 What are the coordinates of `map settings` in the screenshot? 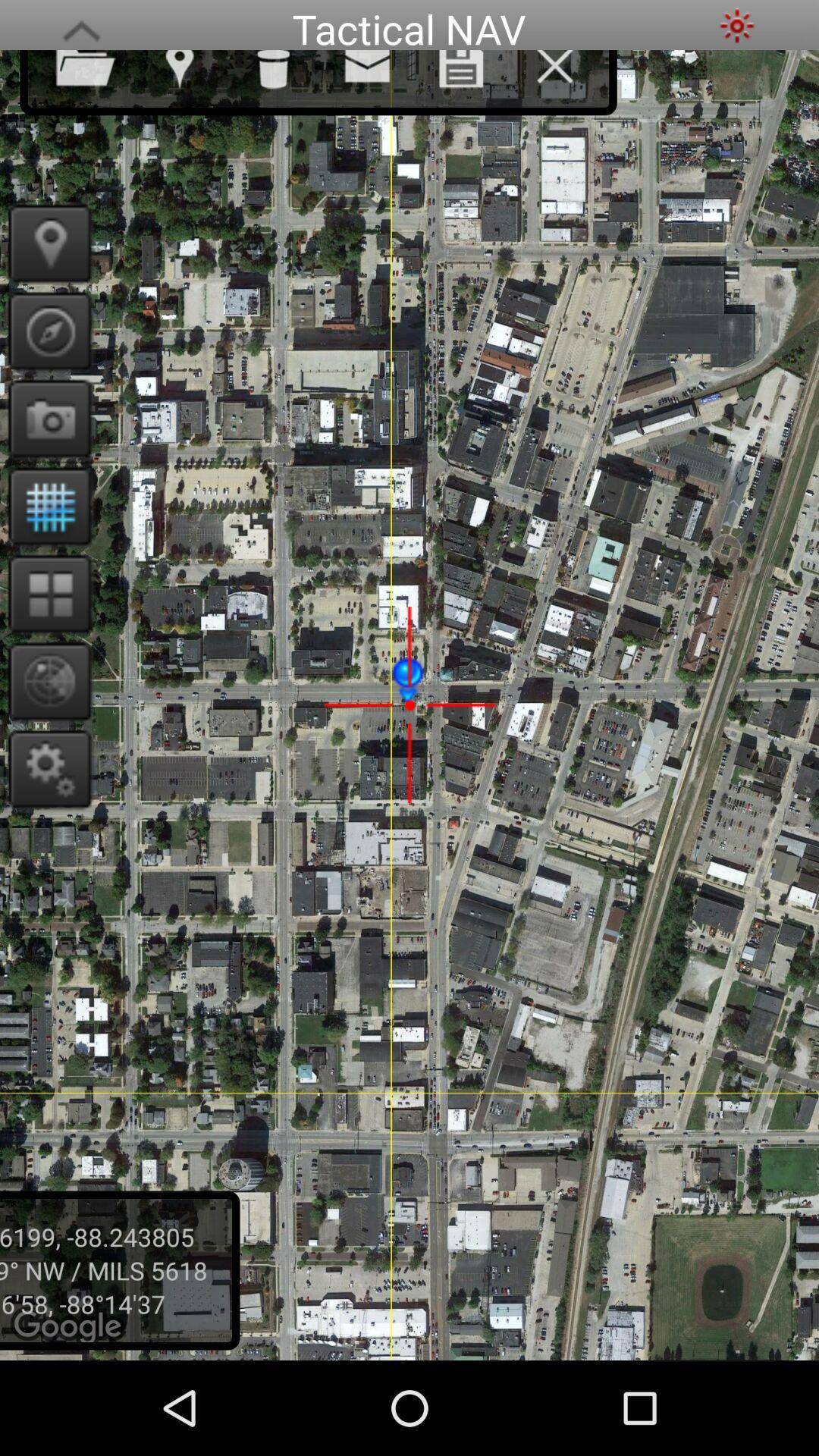 It's located at (44, 768).